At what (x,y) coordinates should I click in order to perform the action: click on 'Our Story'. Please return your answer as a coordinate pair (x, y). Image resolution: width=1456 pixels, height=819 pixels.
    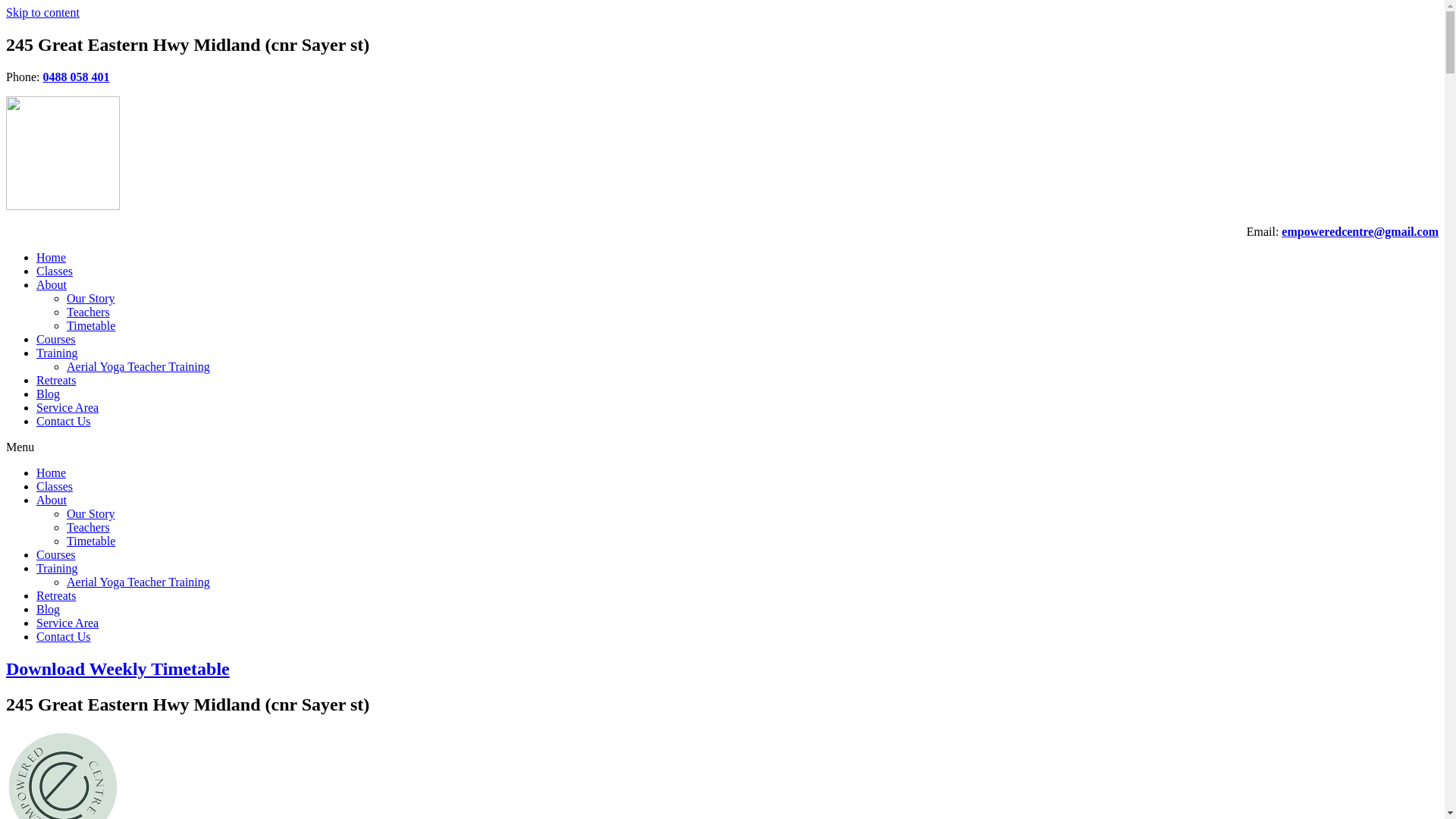
    Looking at the image, I should click on (90, 513).